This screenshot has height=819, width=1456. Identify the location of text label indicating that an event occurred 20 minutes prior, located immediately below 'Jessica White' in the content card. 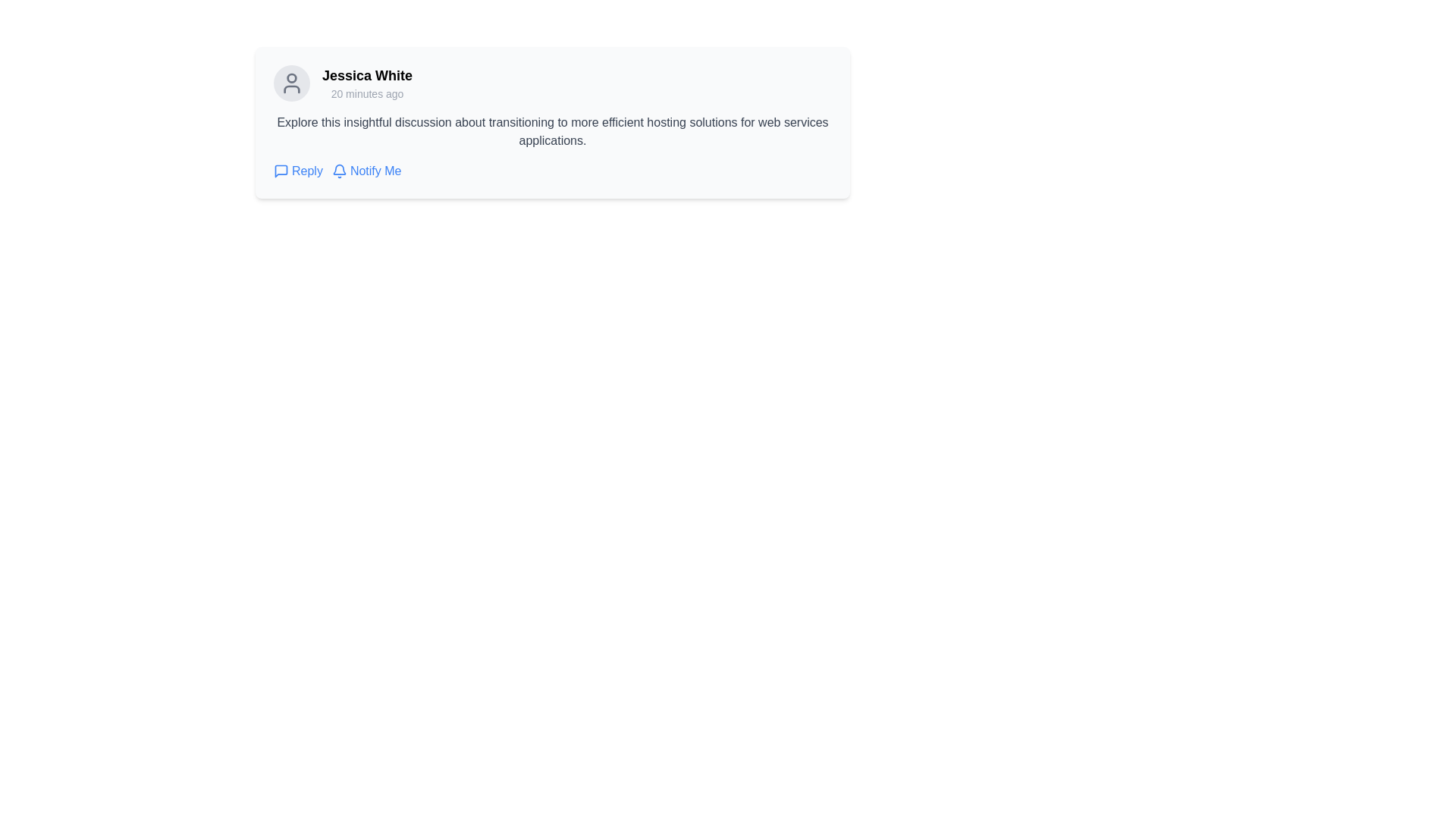
(367, 93).